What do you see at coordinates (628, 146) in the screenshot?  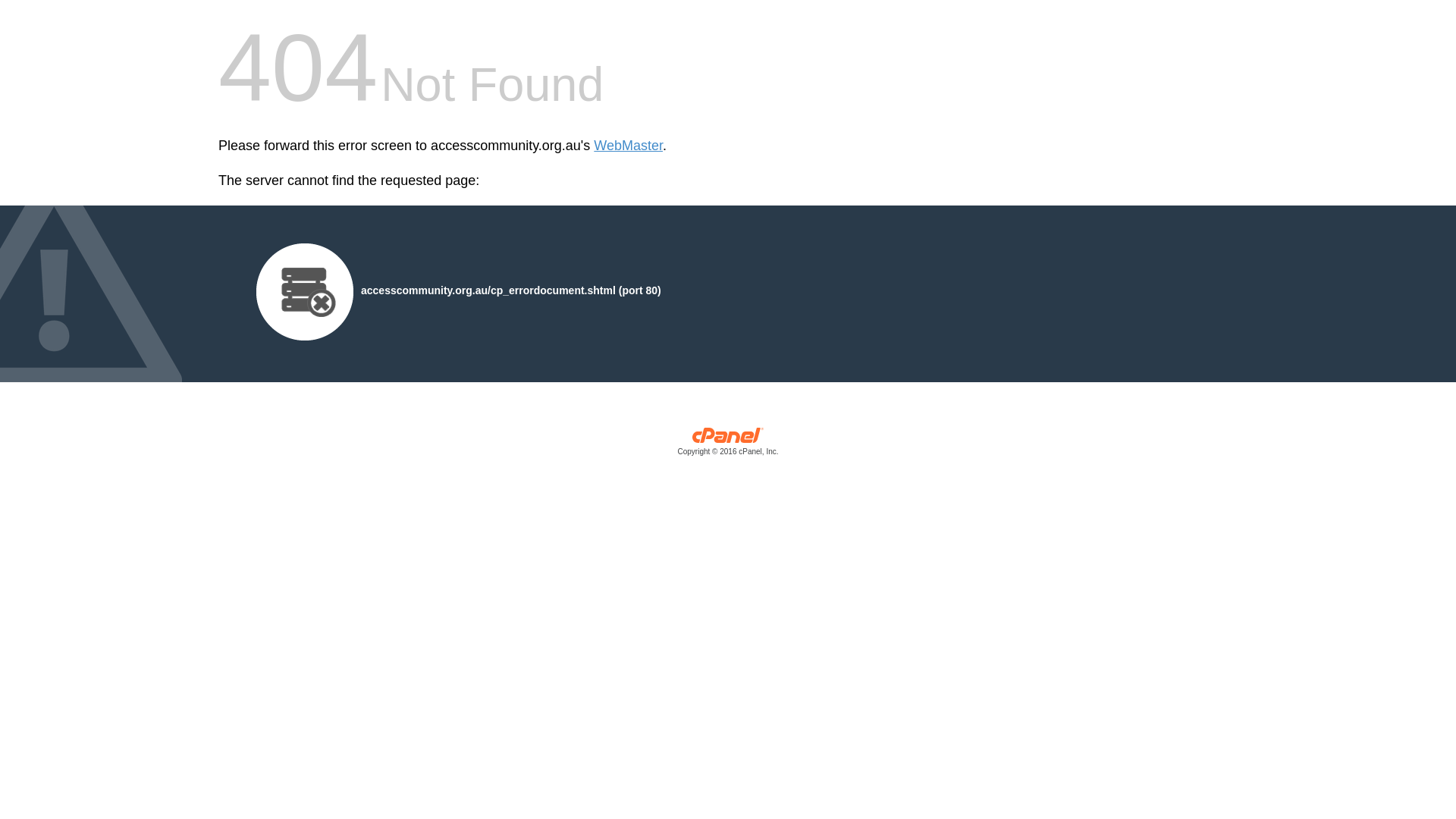 I see `'WebMaster'` at bounding box center [628, 146].